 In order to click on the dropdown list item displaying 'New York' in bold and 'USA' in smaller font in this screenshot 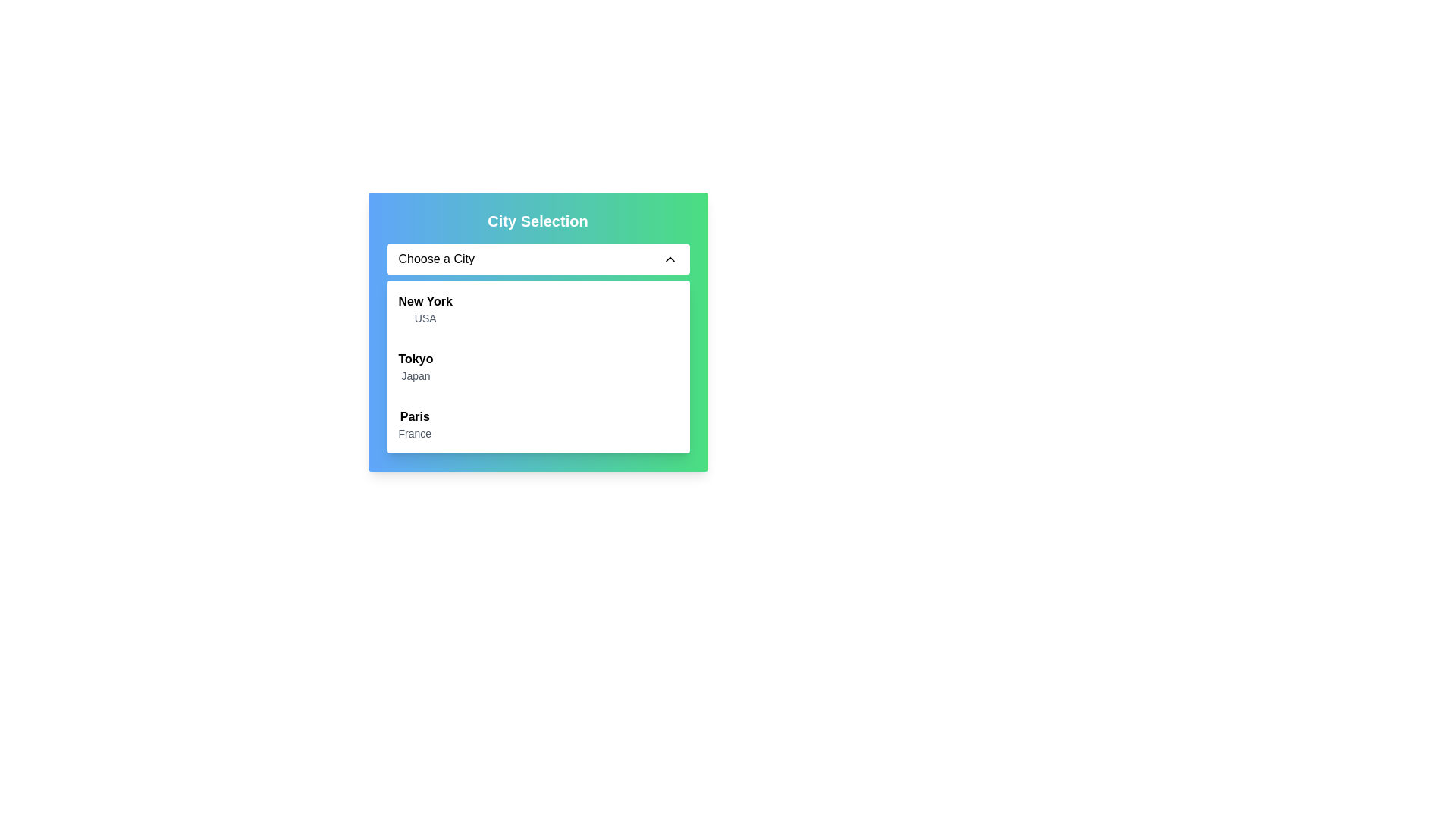, I will do `click(425, 309)`.